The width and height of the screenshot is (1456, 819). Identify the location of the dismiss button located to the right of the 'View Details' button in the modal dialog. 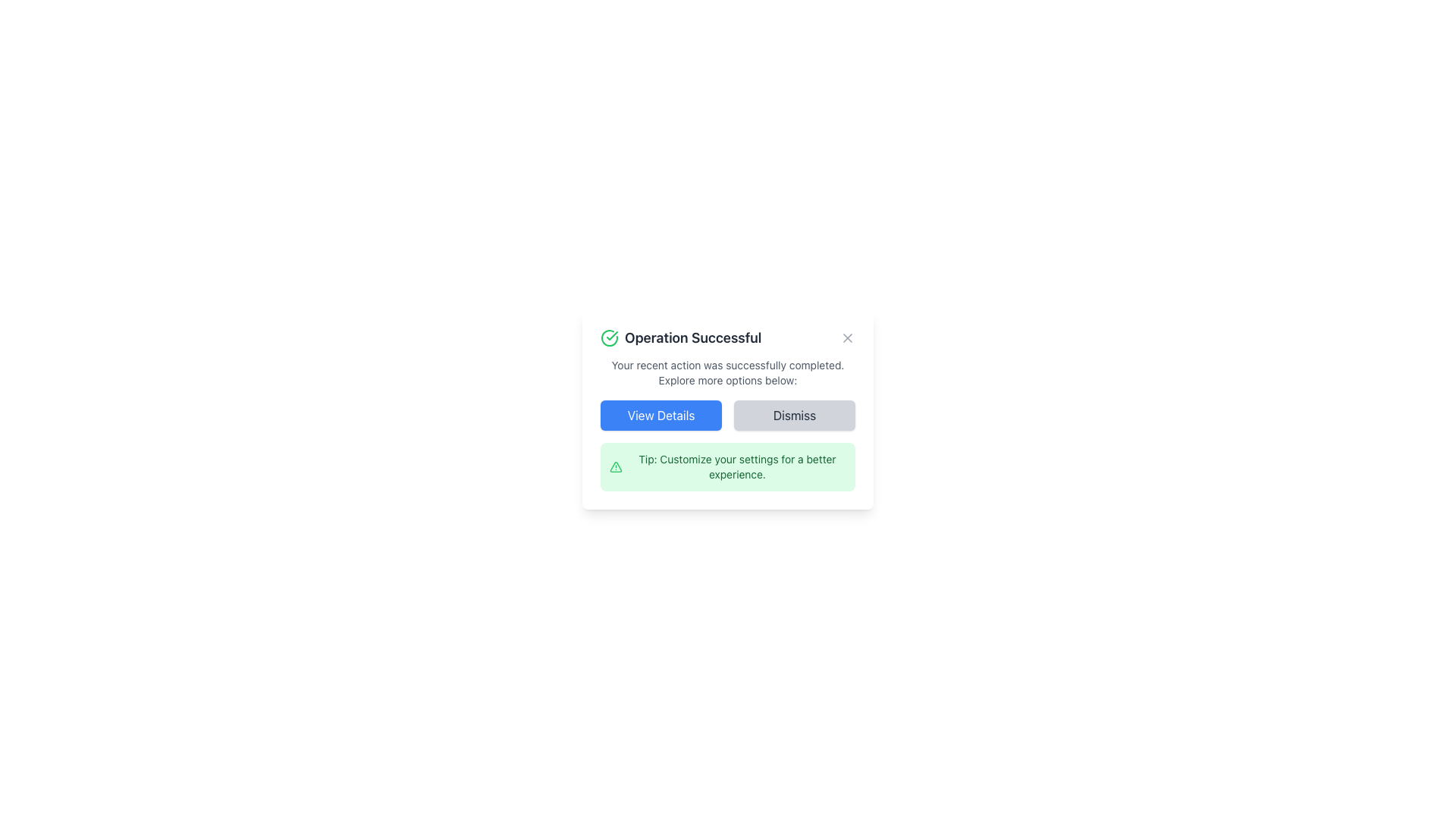
(793, 415).